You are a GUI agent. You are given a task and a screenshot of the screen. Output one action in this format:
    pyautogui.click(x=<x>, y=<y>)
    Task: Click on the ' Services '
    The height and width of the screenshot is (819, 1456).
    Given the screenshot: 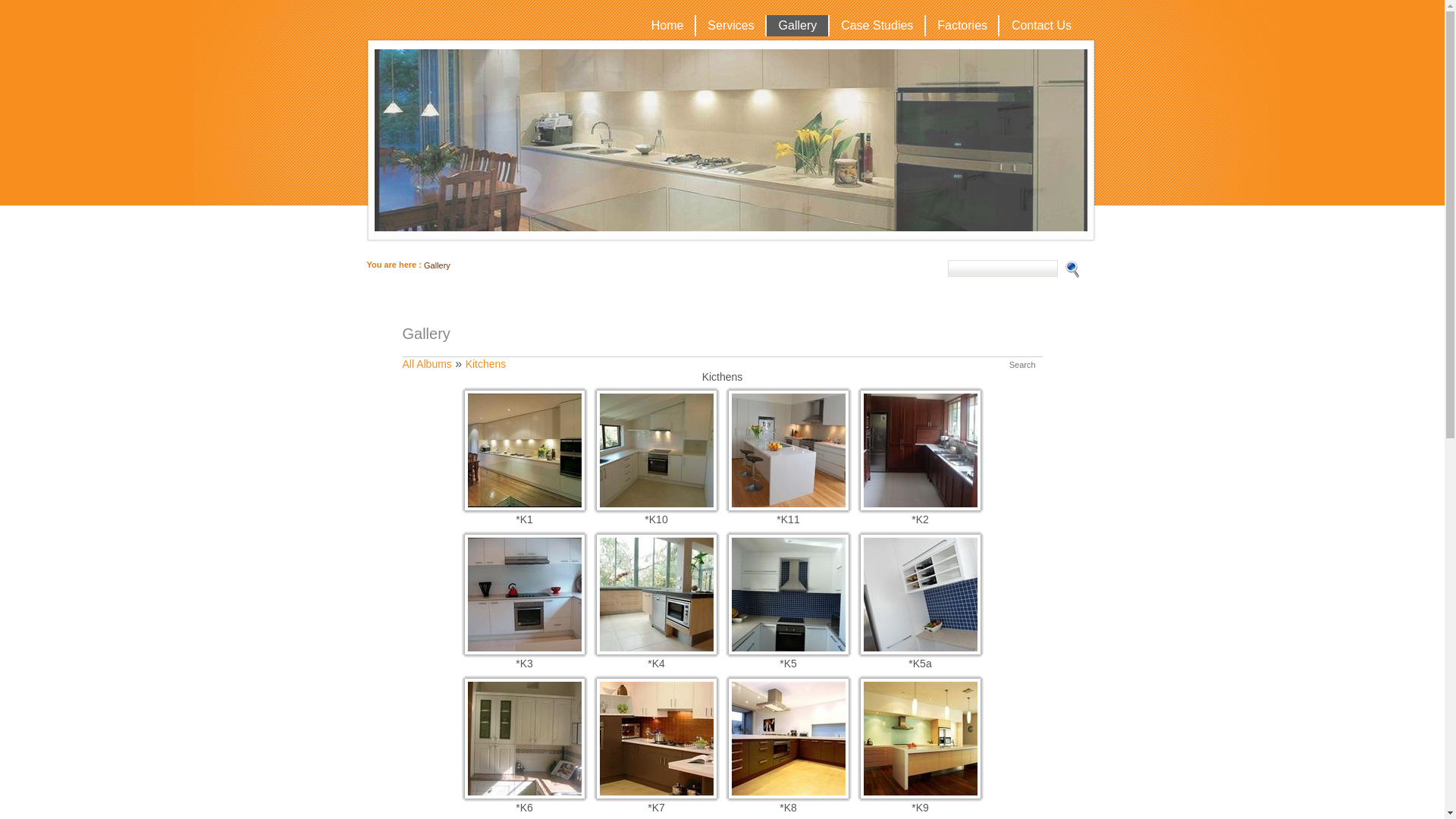 What is the action you would take?
    pyautogui.click(x=730, y=26)
    